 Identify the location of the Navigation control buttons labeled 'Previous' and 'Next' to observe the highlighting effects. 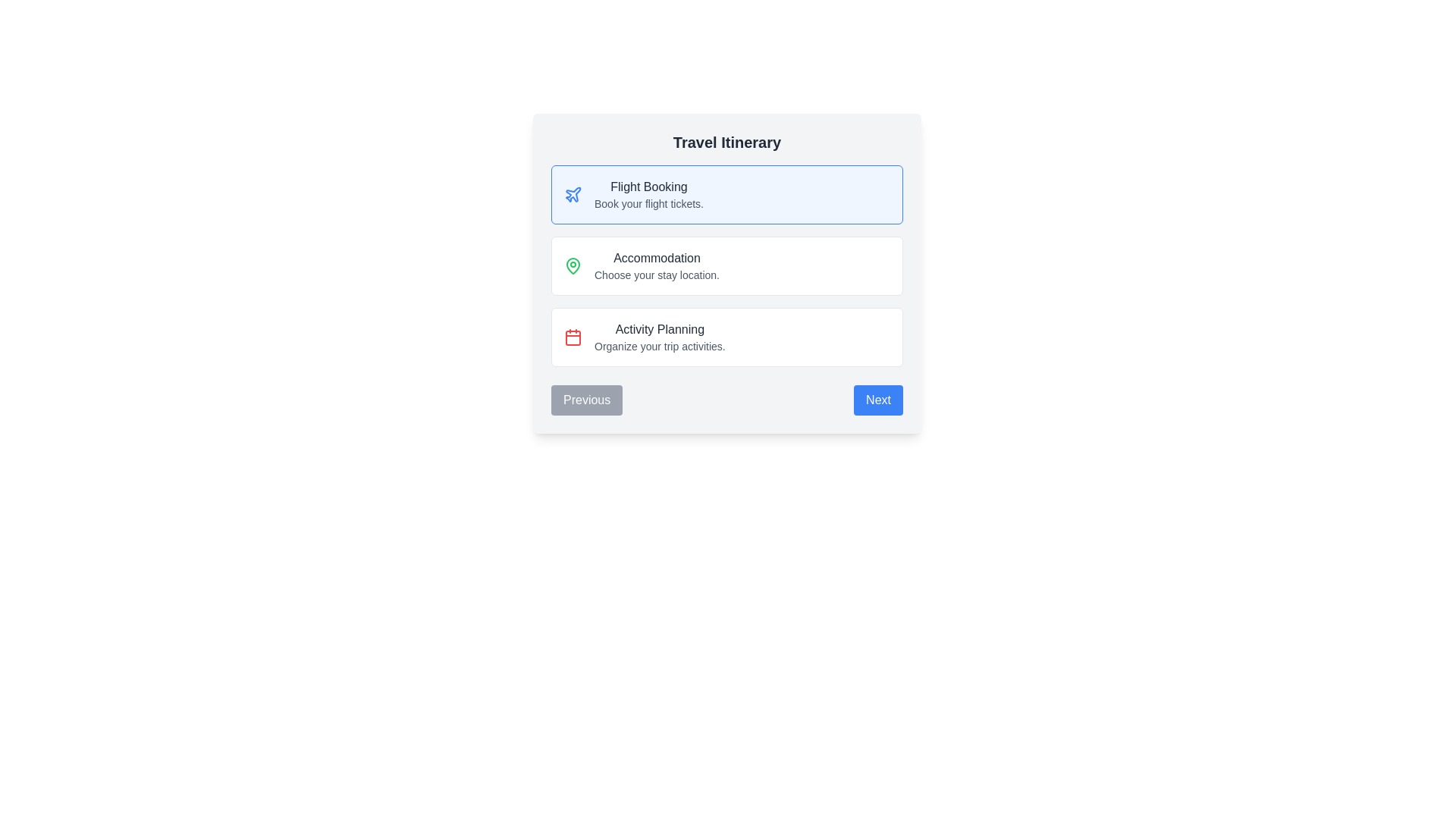
(726, 400).